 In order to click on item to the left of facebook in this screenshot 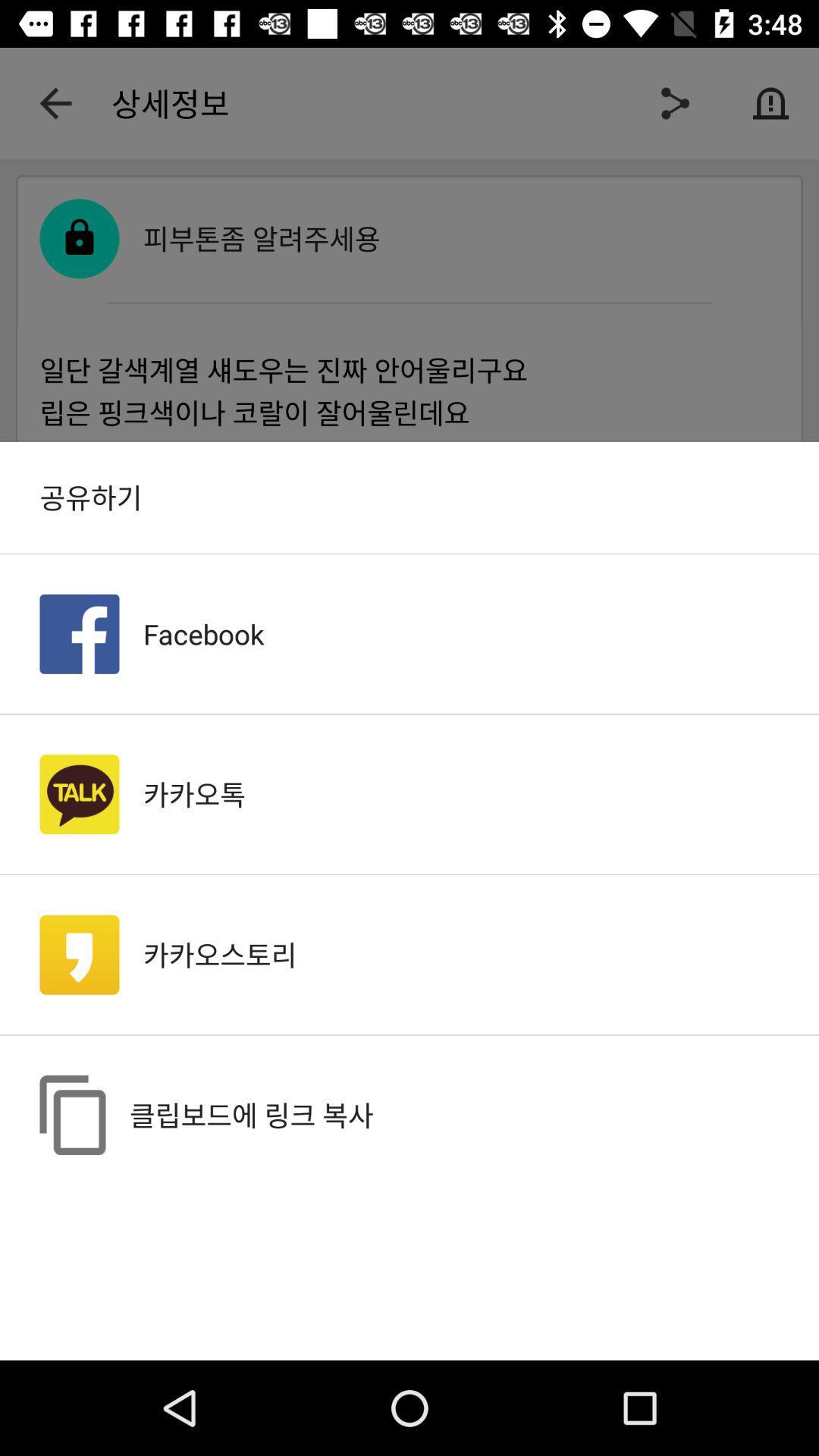, I will do `click(79, 634)`.